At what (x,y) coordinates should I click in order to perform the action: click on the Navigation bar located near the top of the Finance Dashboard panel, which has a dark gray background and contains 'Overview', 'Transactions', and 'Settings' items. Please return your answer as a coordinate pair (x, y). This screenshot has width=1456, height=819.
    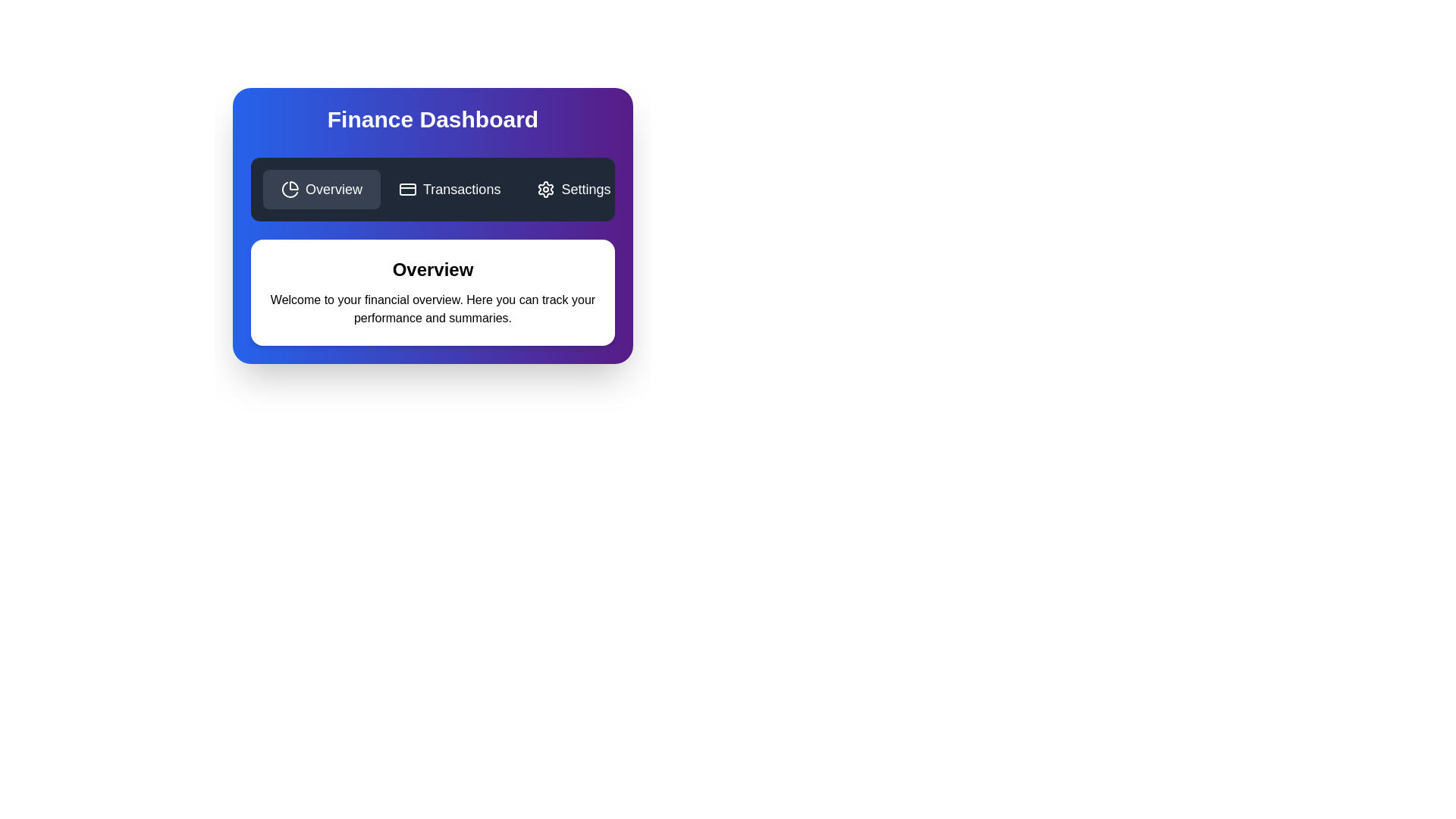
    Looking at the image, I should click on (432, 189).